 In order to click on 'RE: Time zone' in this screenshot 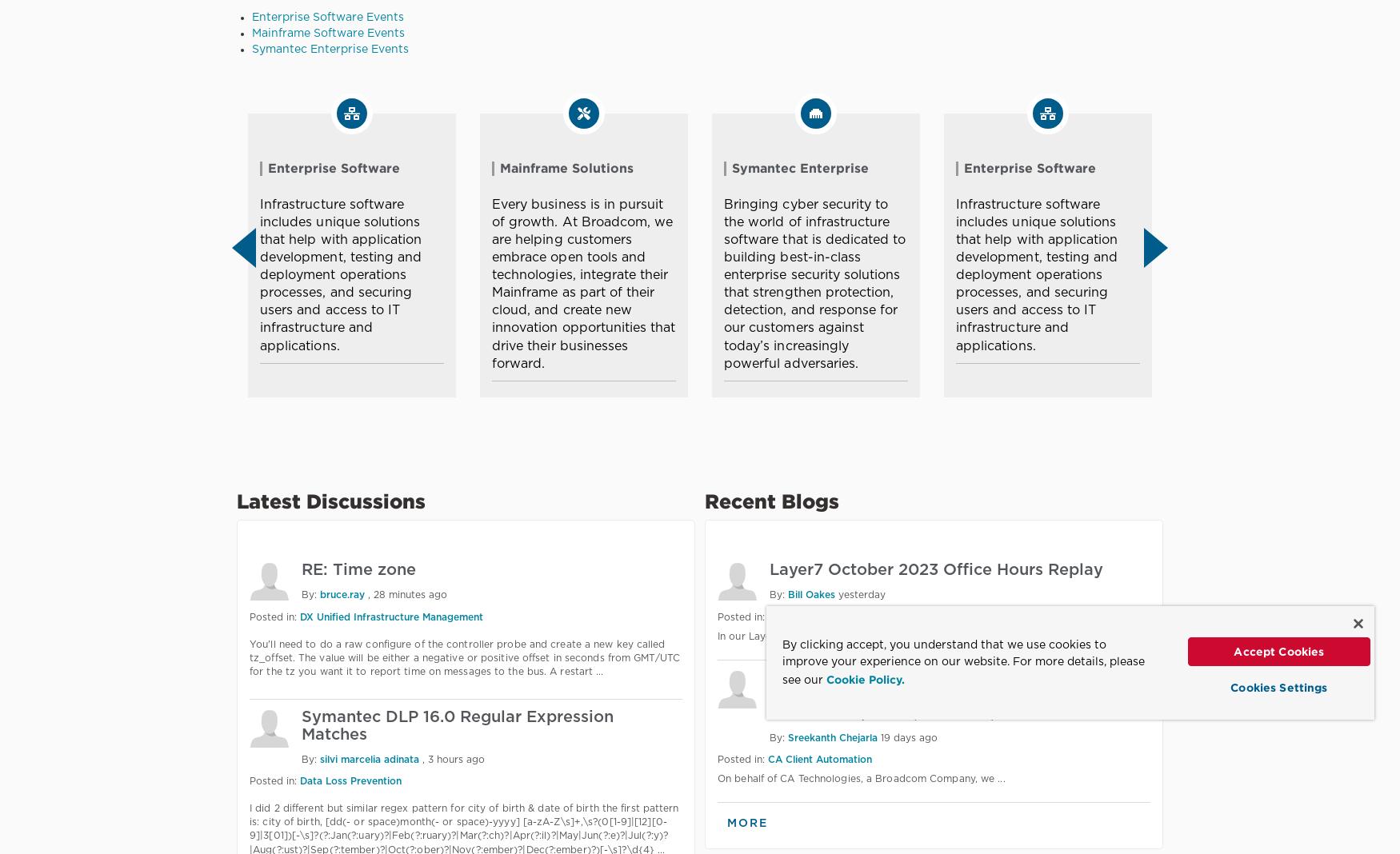, I will do `click(358, 569)`.